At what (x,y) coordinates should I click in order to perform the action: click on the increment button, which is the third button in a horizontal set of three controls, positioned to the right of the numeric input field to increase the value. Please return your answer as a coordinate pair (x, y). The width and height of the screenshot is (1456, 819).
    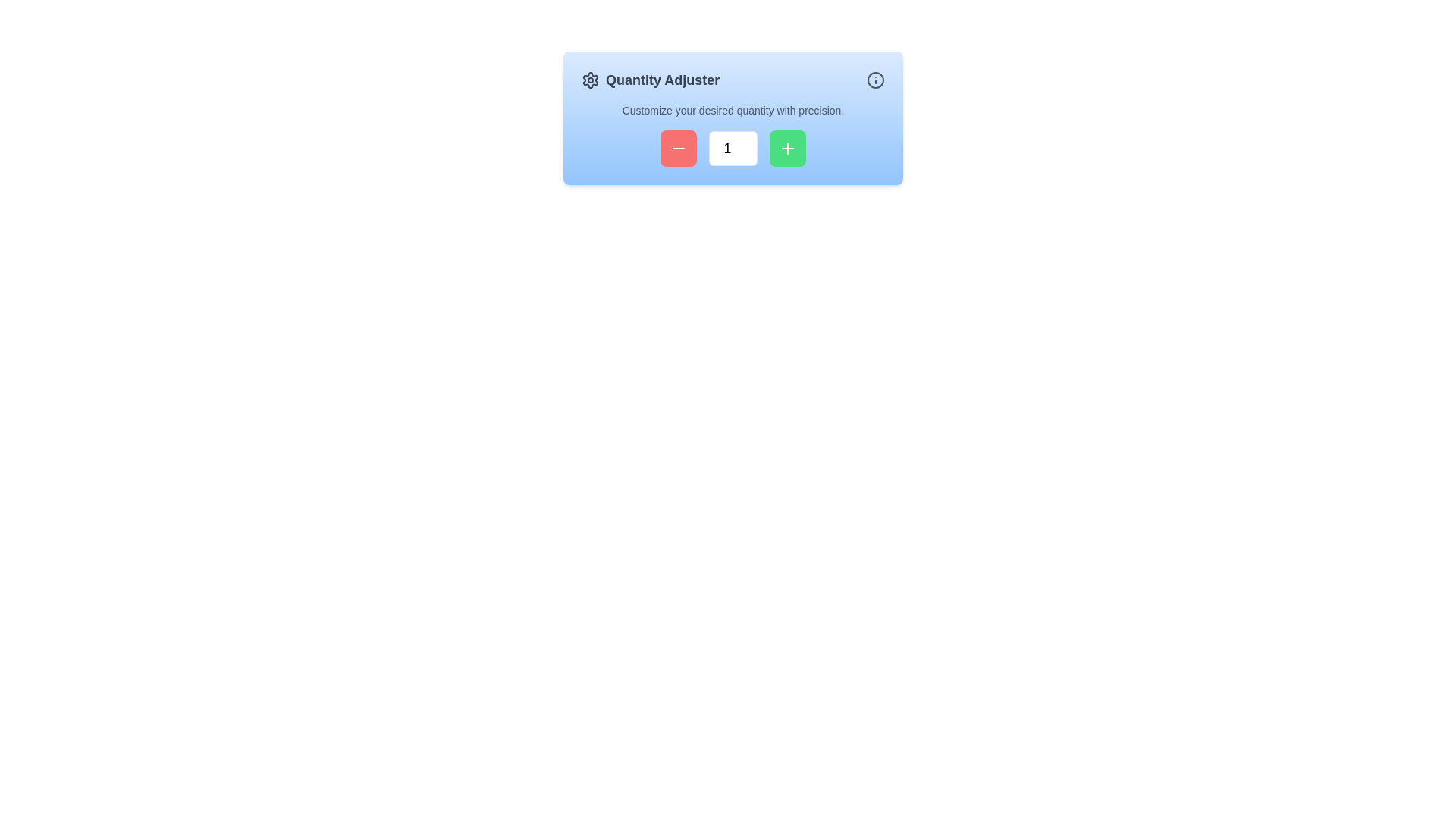
    Looking at the image, I should click on (787, 149).